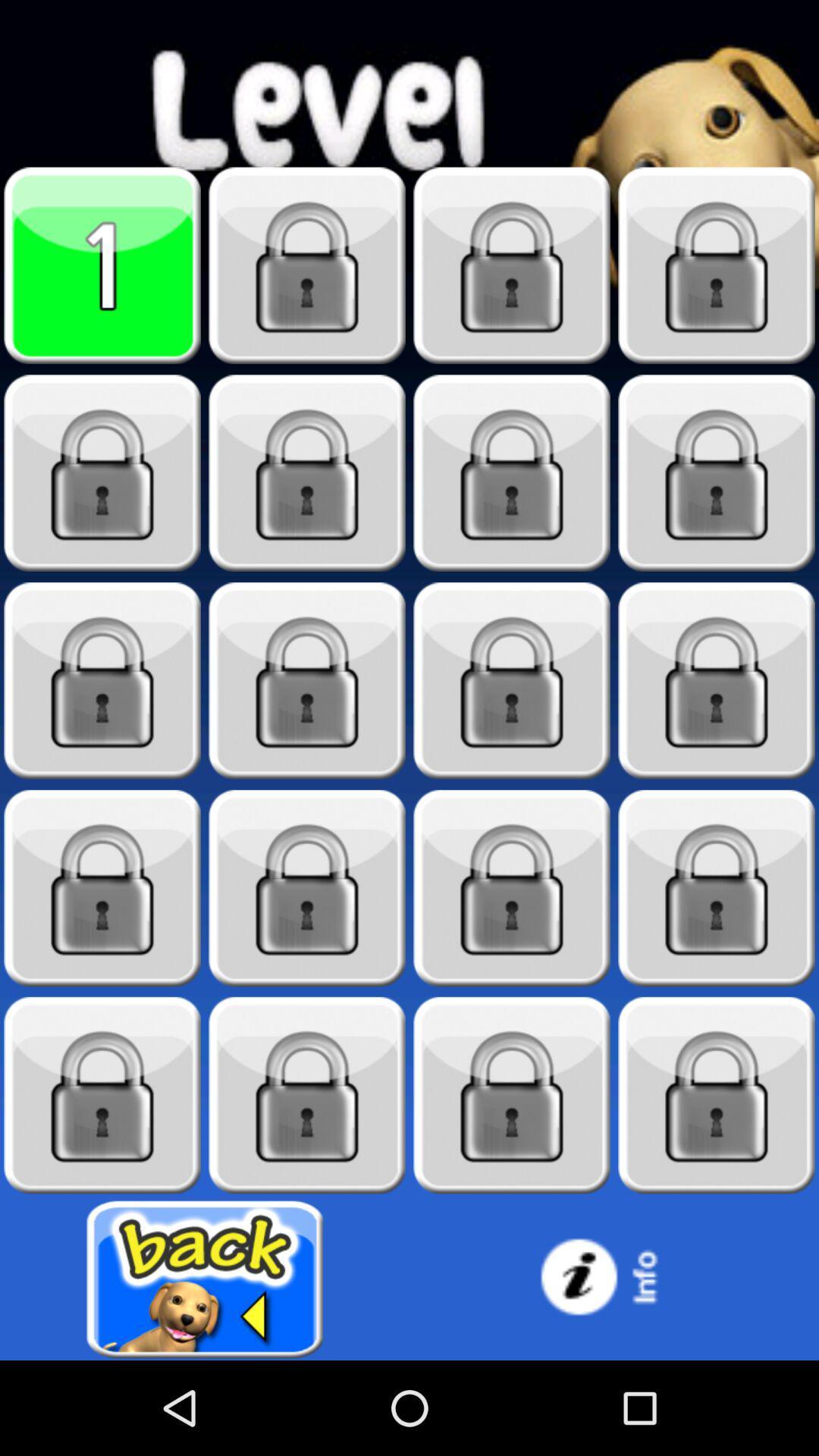 This screenshot has width=819, height=1456. Describe the element at coordinates (307, 680) in the screenshot. I see `game level` at that location.